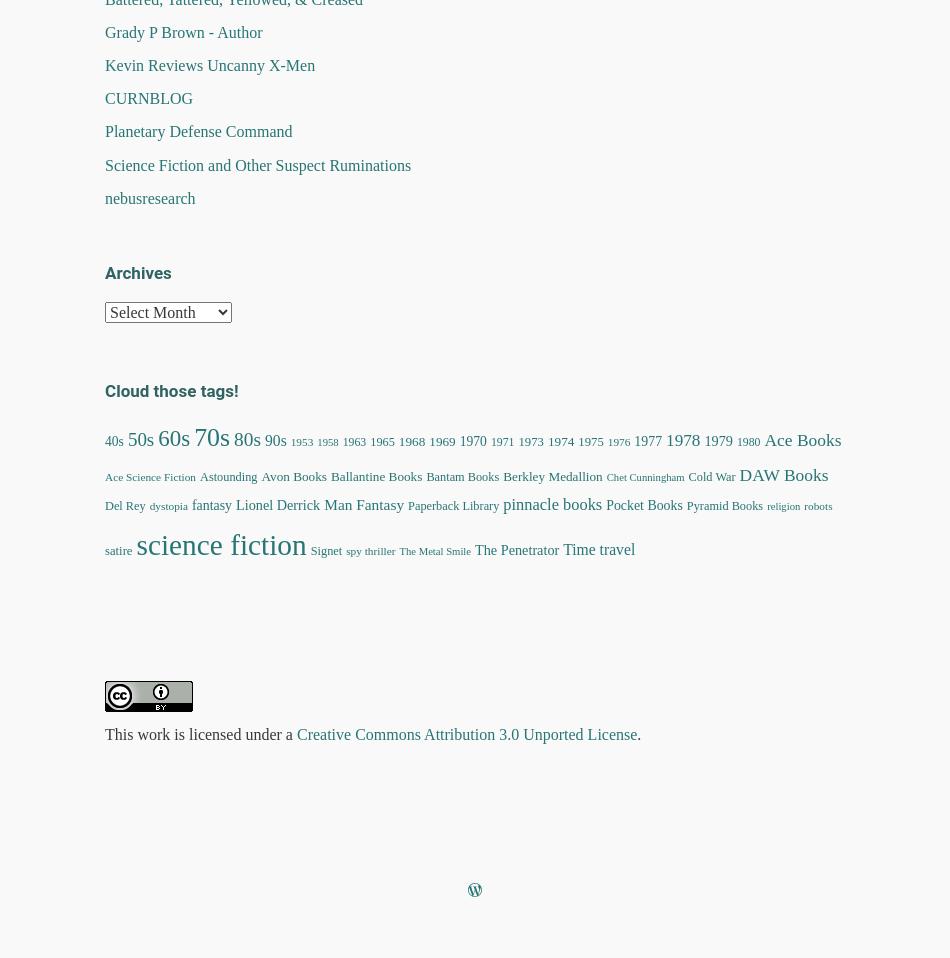 The image size is (950, 958). I want to click on 'Man Fantasy', so click(363, 502).